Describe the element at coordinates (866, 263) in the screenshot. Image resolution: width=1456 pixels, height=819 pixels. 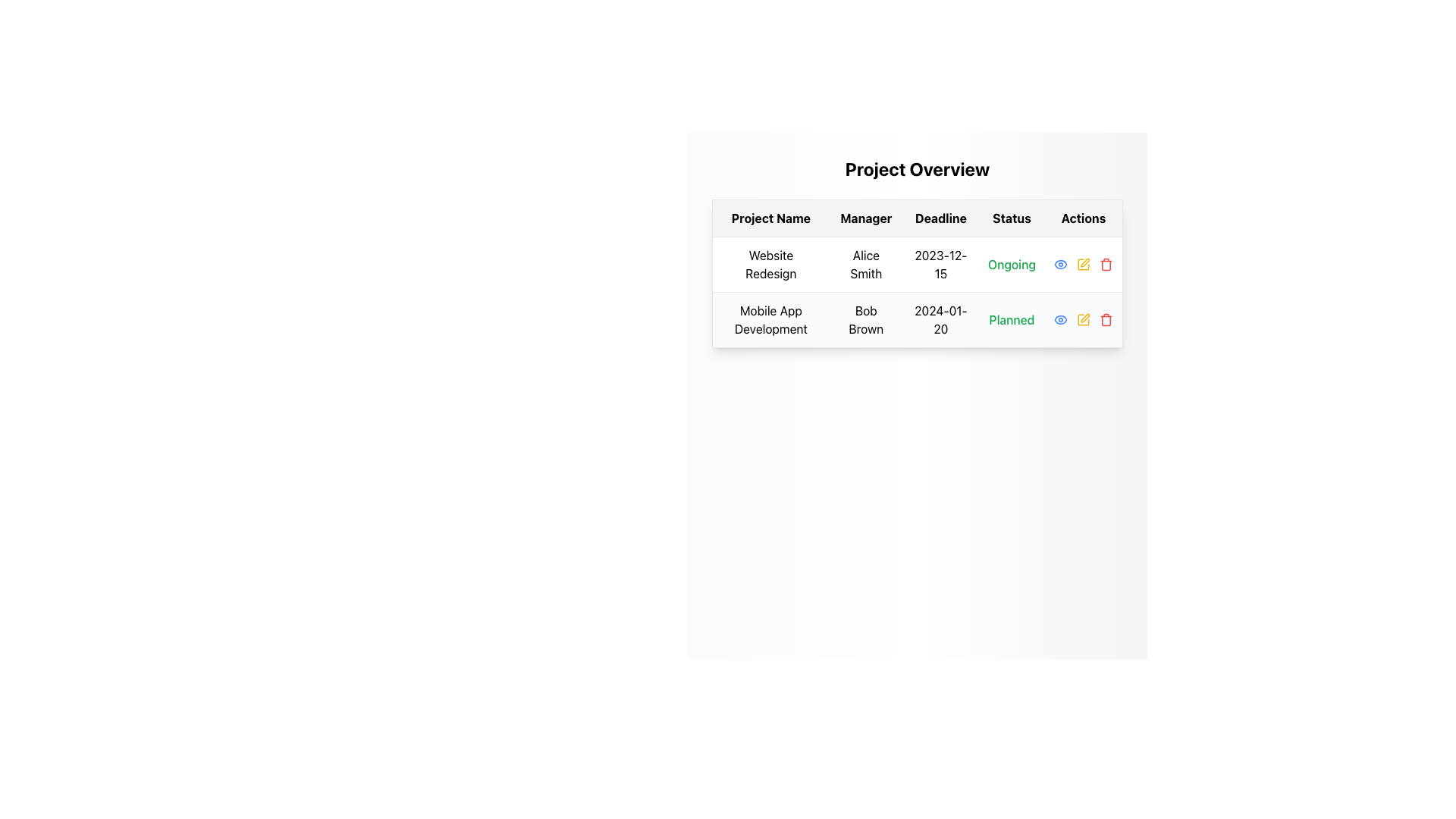
I see `the text label 'Alice Smith' in the Manager section of the table` at that location.